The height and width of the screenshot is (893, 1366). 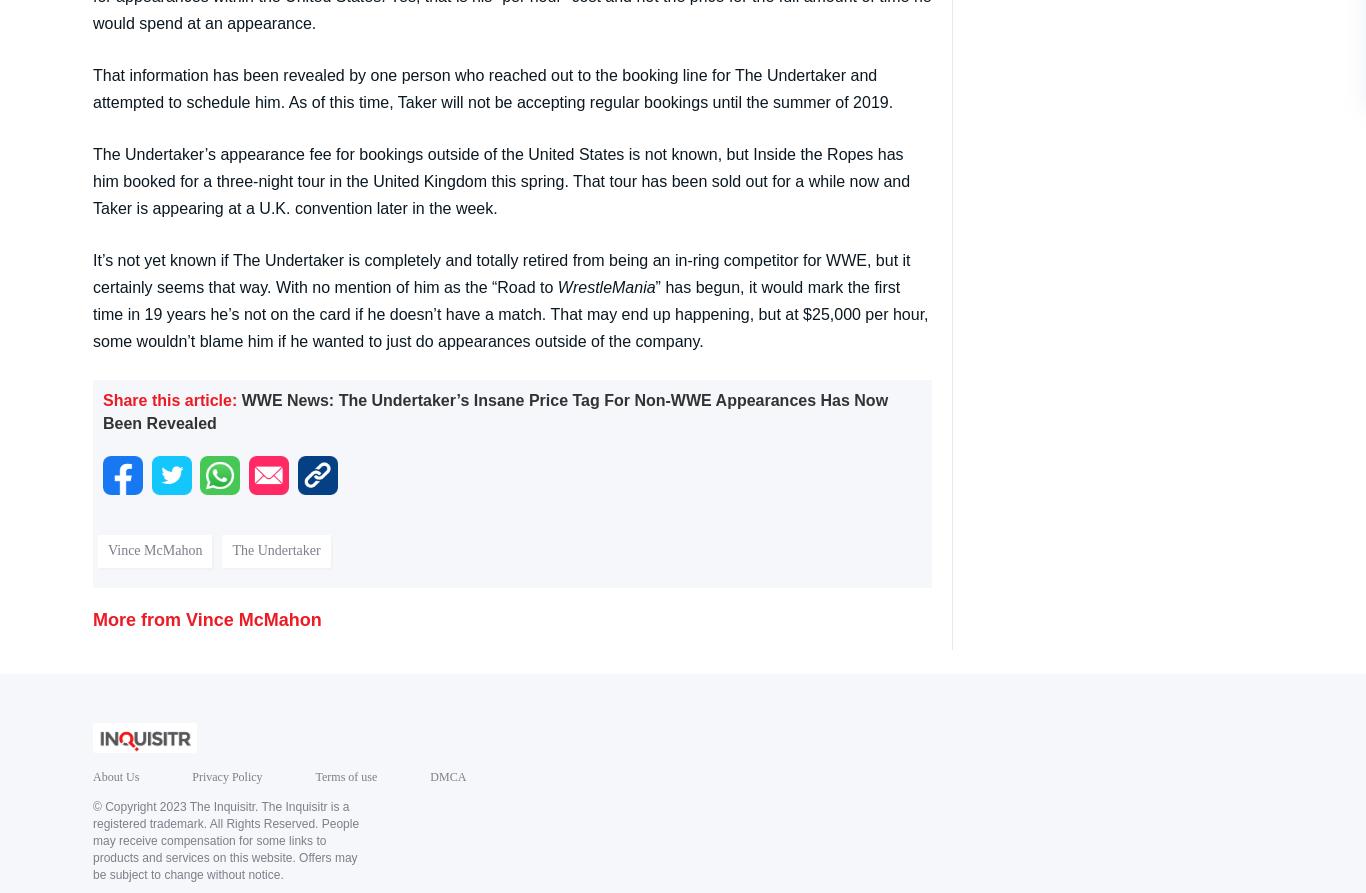 I want to click on 'Terms of use', so click(x=345, y=775).